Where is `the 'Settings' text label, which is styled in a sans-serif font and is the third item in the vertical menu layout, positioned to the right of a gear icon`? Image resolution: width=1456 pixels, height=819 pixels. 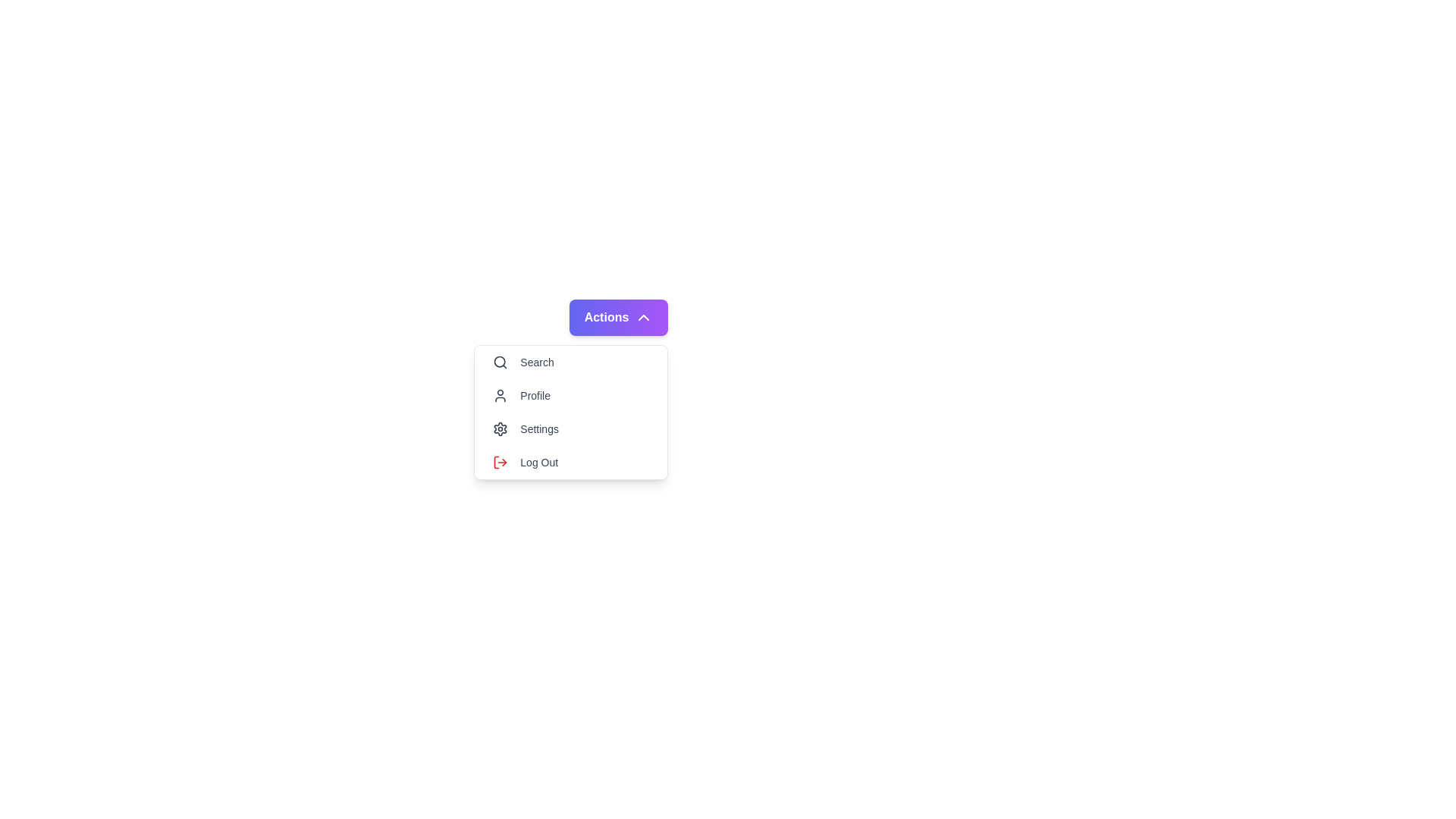
the 'Settings' text label, which is styled in a sans-serif font and is the third item in the vertical menu layout, positioned to the right of a gear icon is located at coordinates (539, 429).